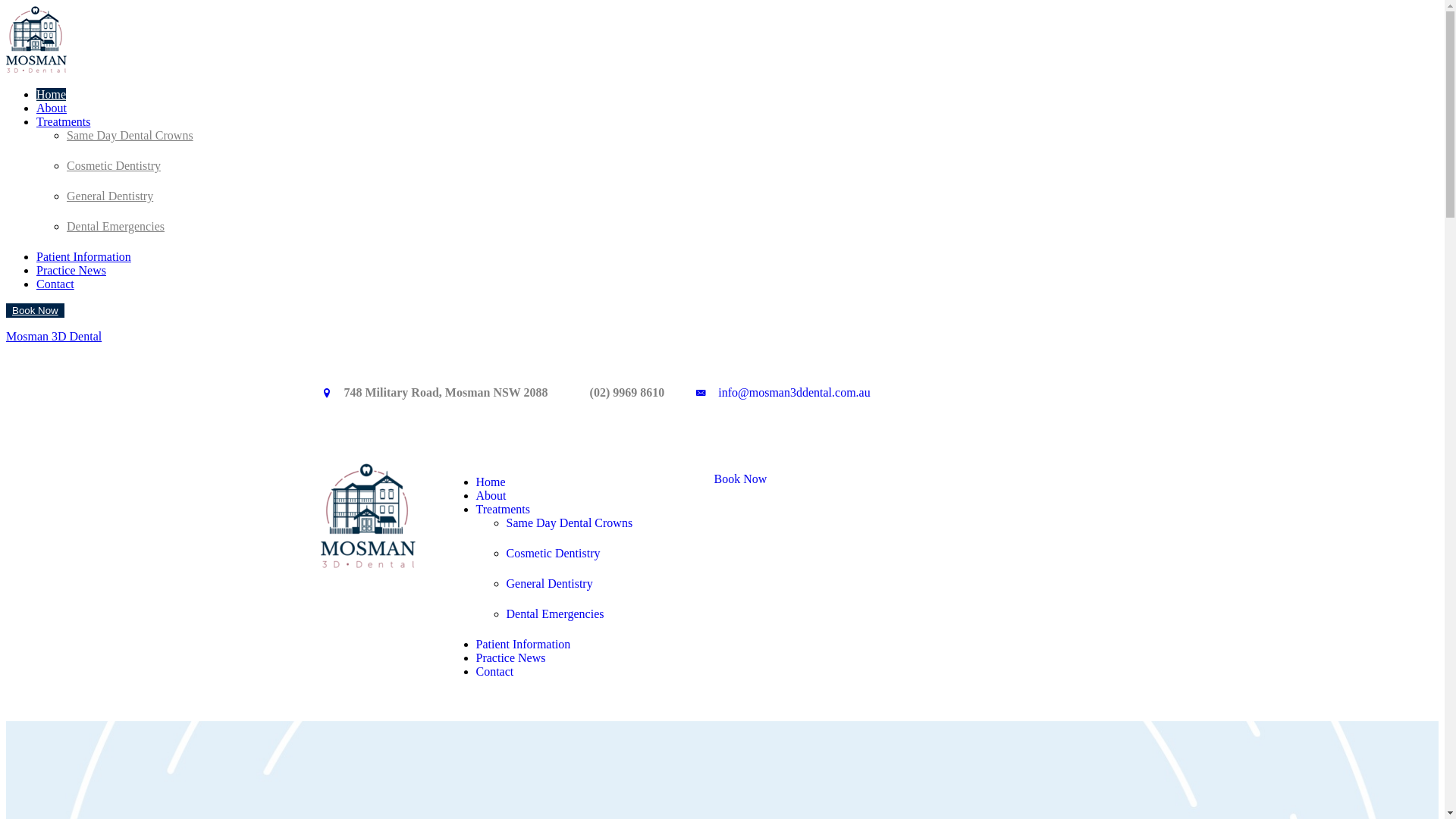 This screenshot has height=819, width=1456. I want to click on 'Book Now', so click(695, 479).